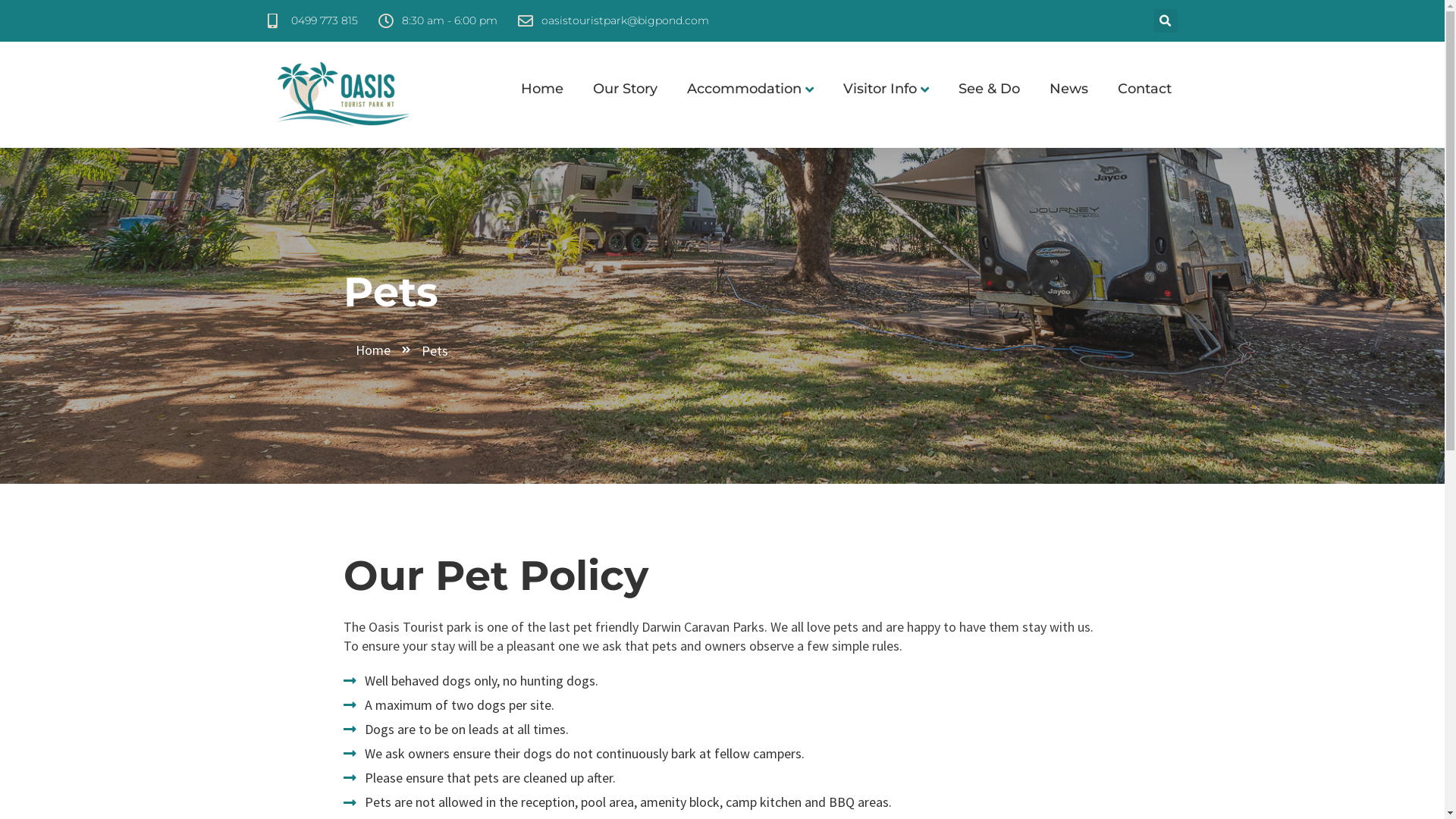 Image resolution: width=1456 pixels, height=819 pixels. I want to click on 'Our Story', so click(617, 89).